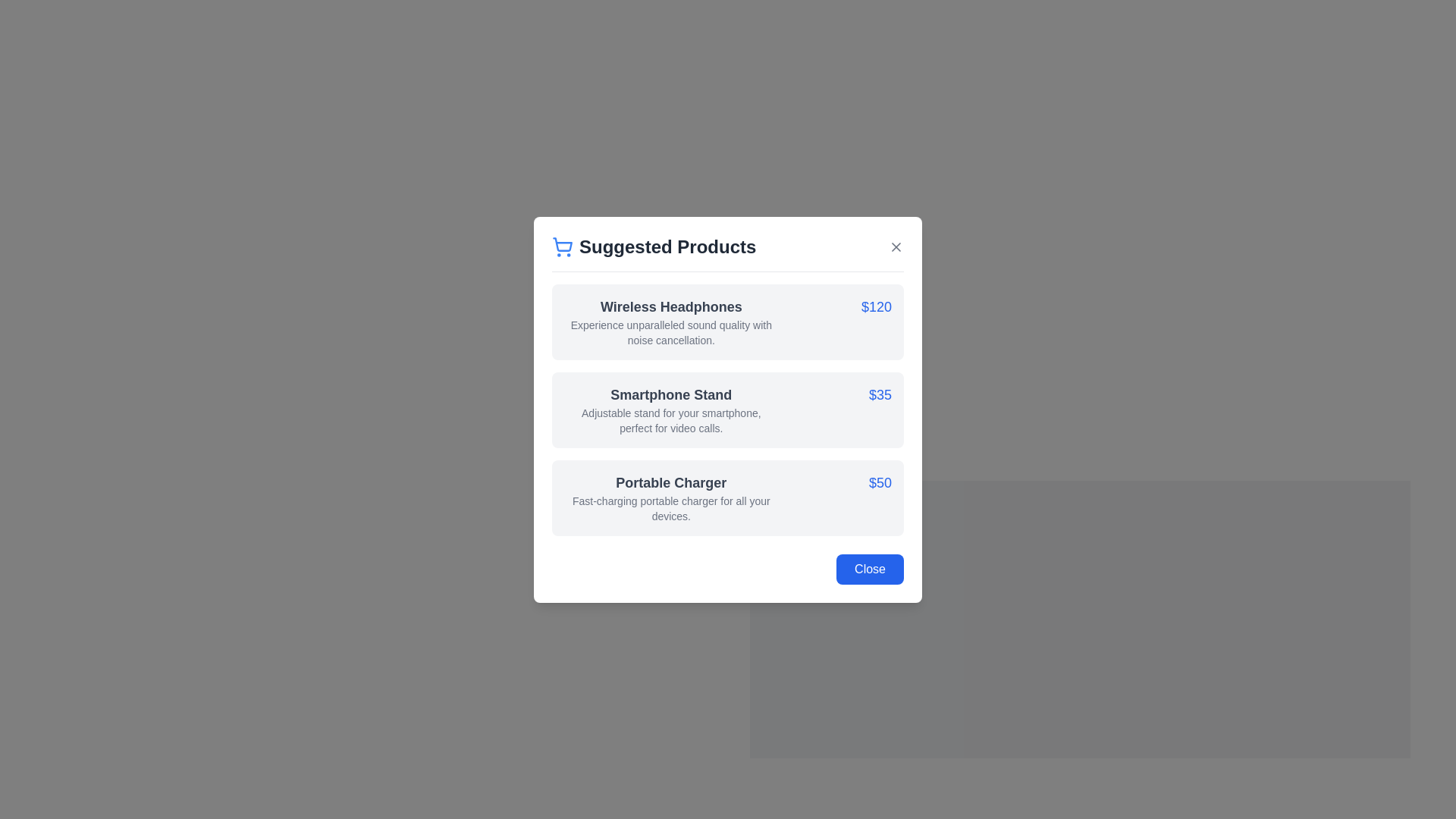  I want to click on the text block titled 'Wireless Headphones', which is prominently displayed at the top of the 'Suggested Products' modal, so click(670, 321).